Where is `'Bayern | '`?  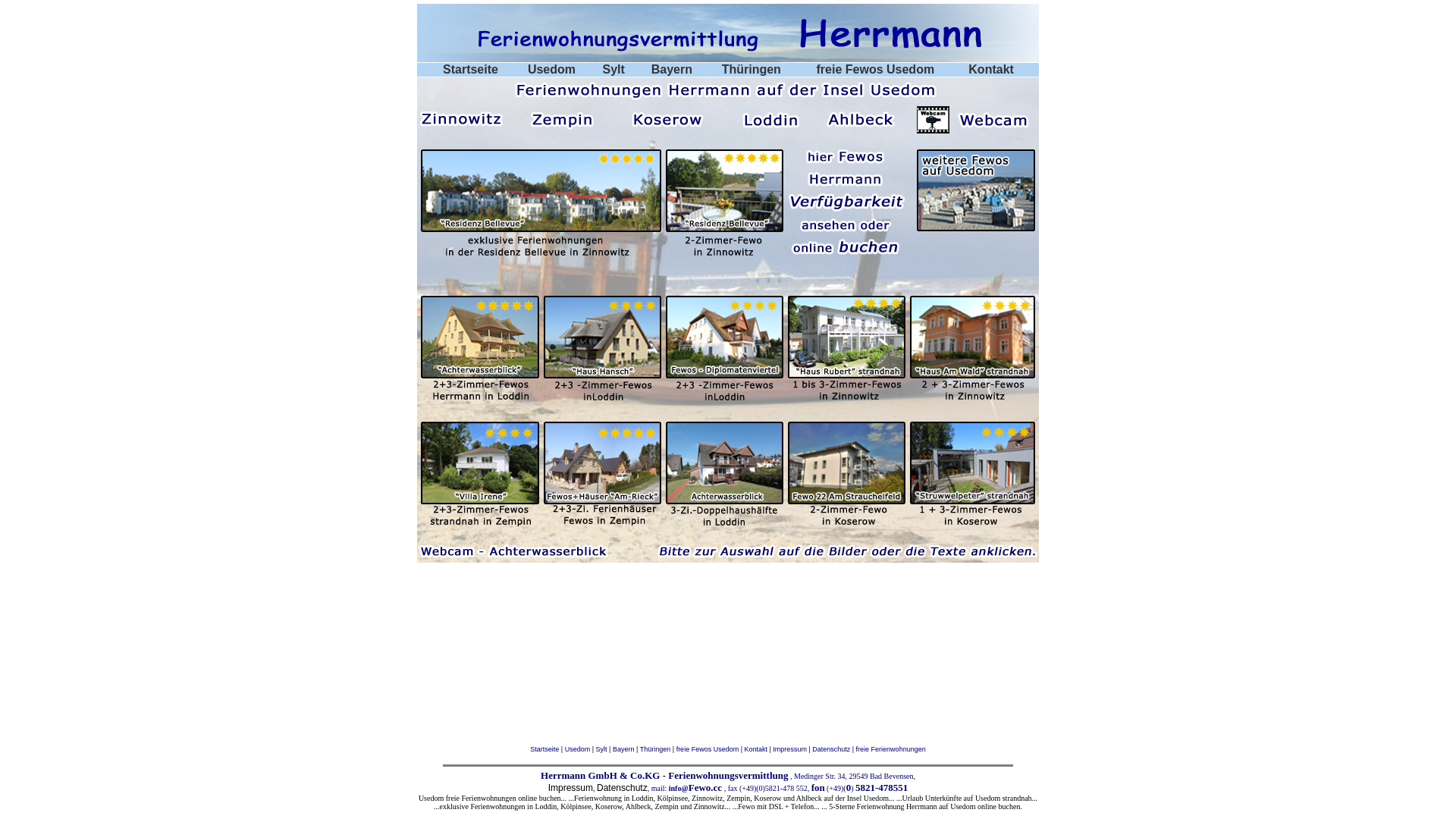 'Bayern | ' is located at coordinates (612, 748).